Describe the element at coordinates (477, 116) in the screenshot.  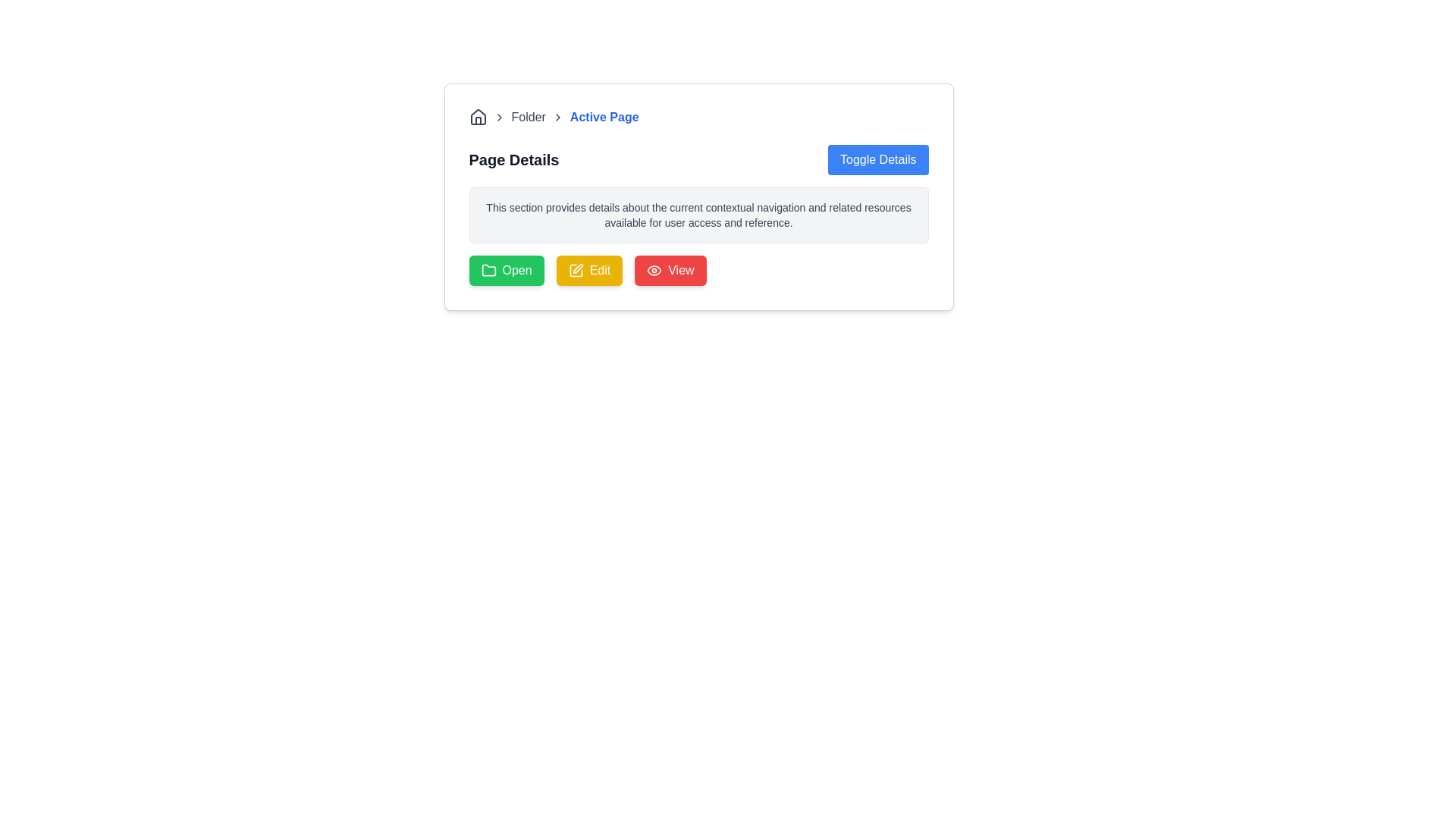
I see `the homepage icon located in the breadcrumb navigation bar at the top left of the content area` at that location.